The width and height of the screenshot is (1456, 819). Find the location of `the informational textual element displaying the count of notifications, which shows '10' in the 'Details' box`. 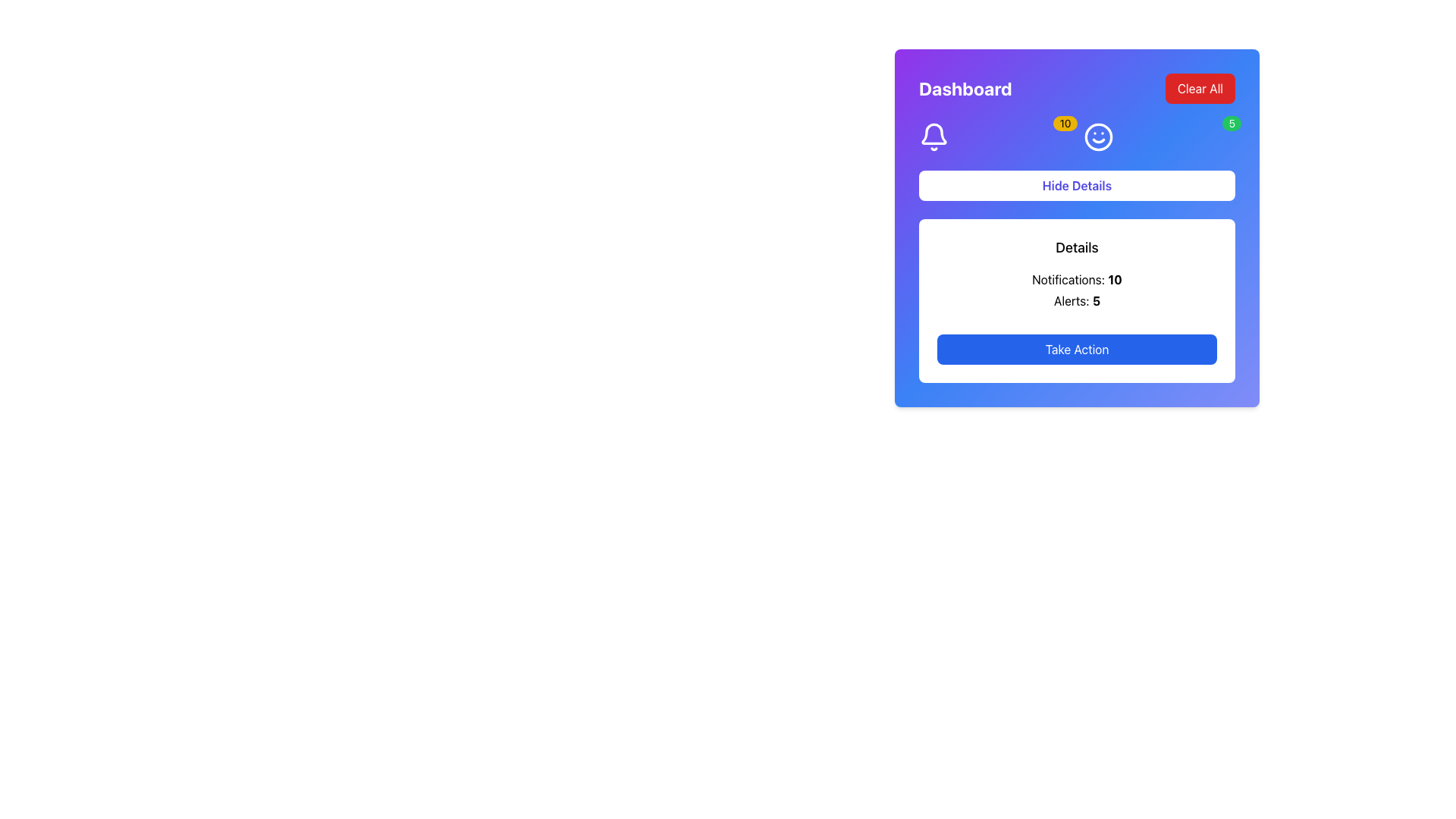

the informational textual element displaying the count of notifications, which shows '10' in the 'Details' box is located at coordinates (1115, 280).